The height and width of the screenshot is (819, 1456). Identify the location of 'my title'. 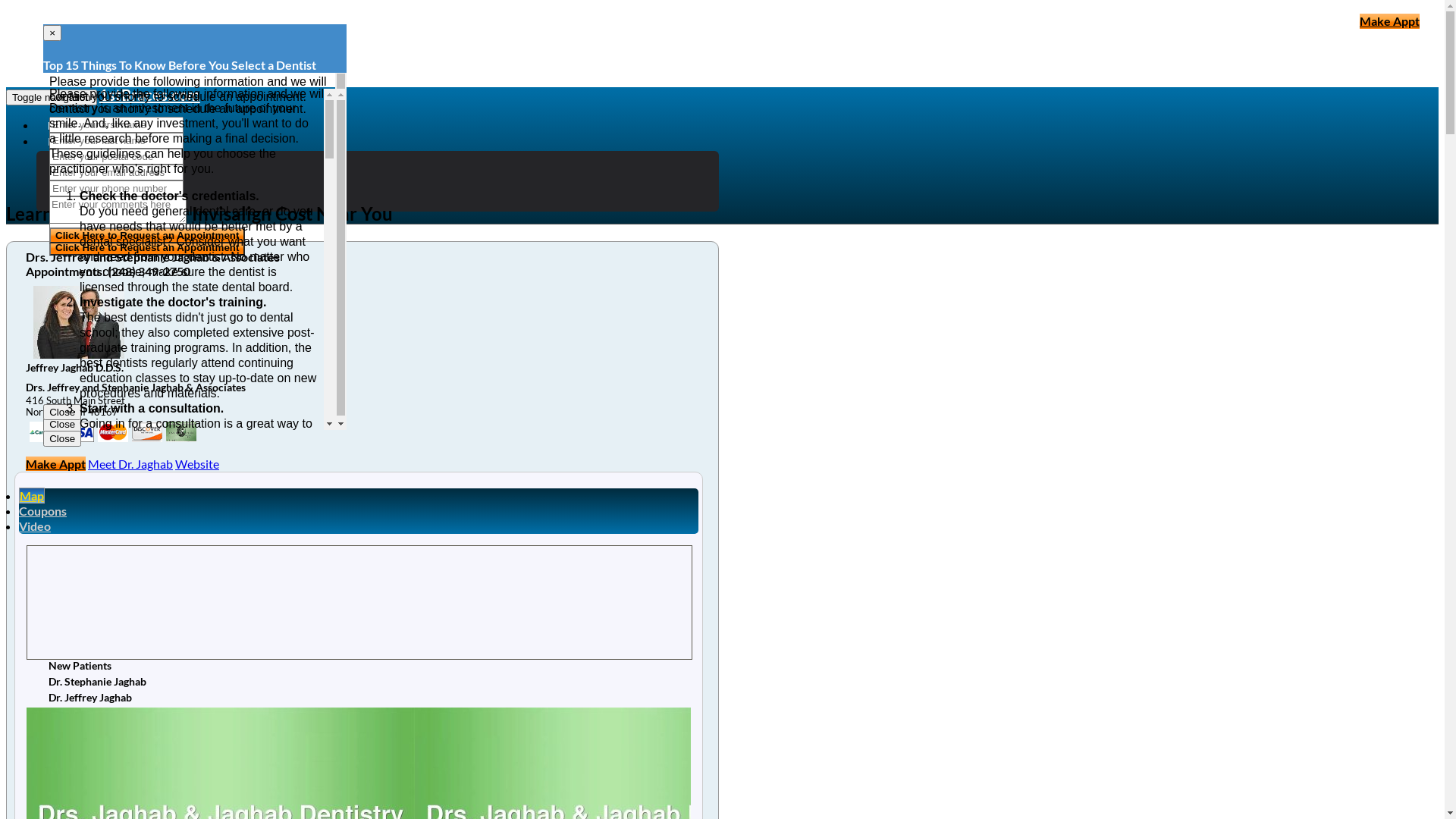
(146, 431).